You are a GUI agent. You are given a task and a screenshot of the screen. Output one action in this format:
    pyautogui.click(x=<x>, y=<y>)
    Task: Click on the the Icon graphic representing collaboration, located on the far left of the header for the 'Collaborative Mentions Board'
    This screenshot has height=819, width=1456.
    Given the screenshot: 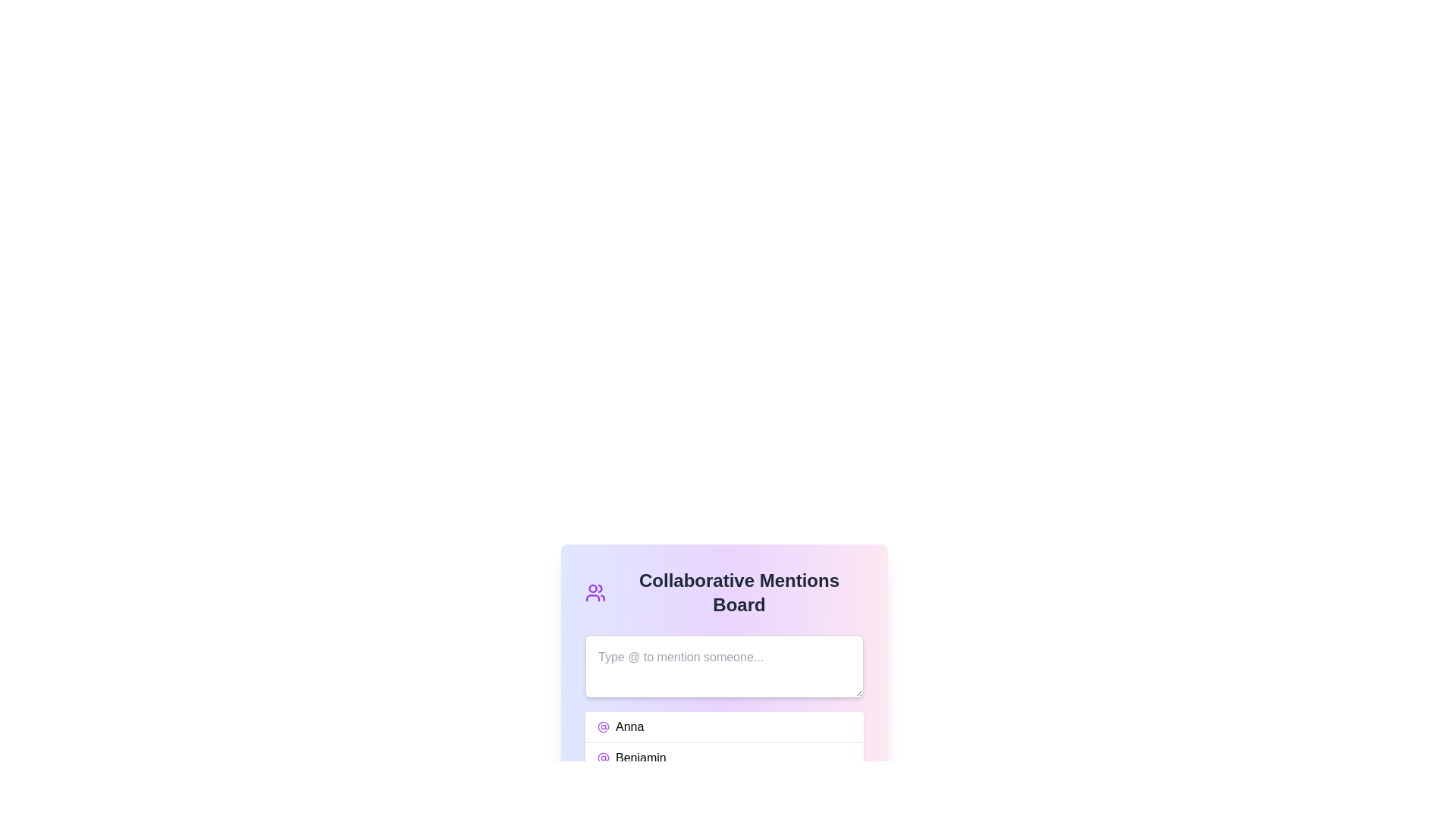 What is the action you would take?
    pyautogui.click(x=595, y=592)
    